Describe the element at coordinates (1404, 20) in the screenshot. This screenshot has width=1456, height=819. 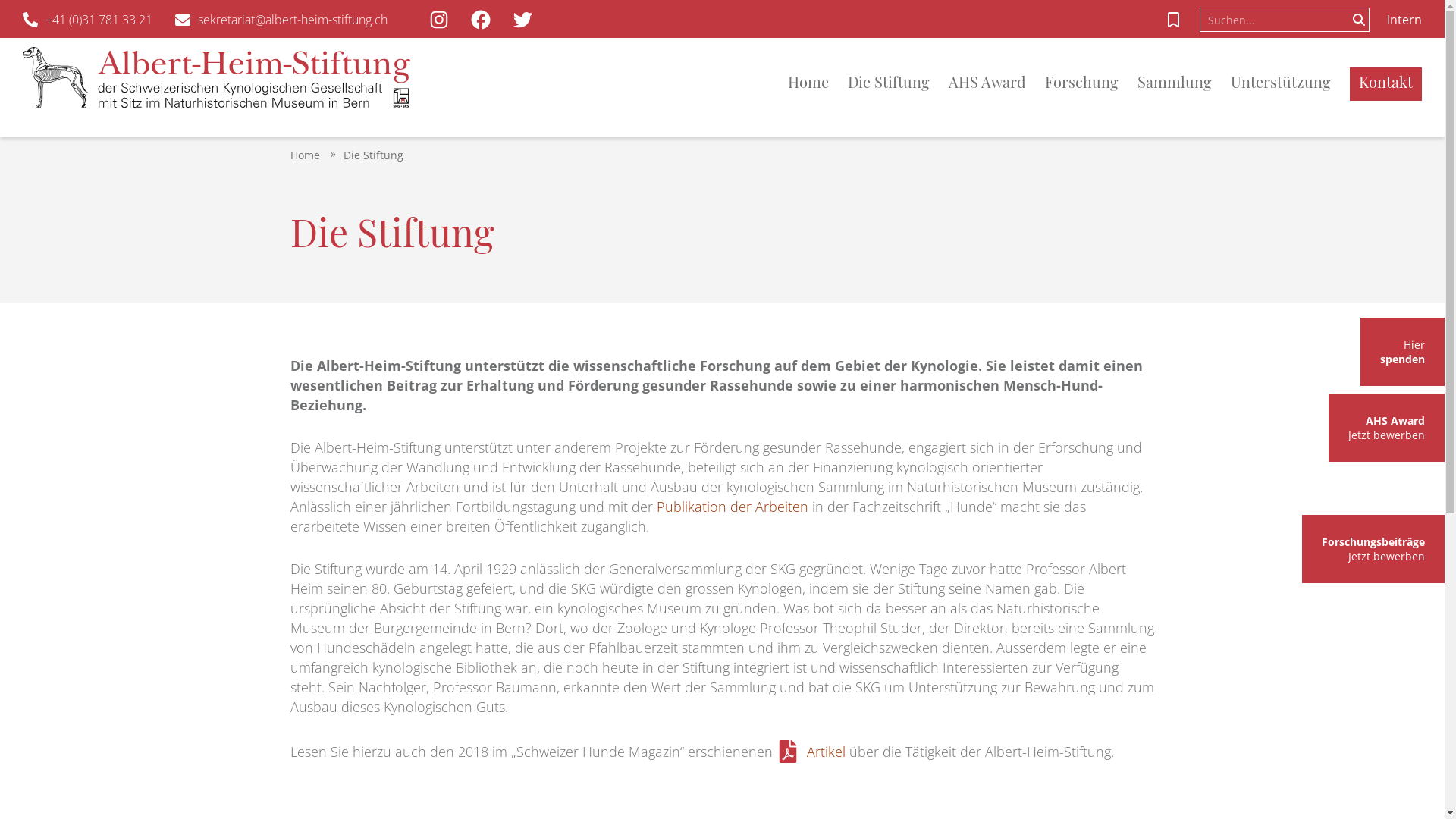
I see `'Intern'` at that location.